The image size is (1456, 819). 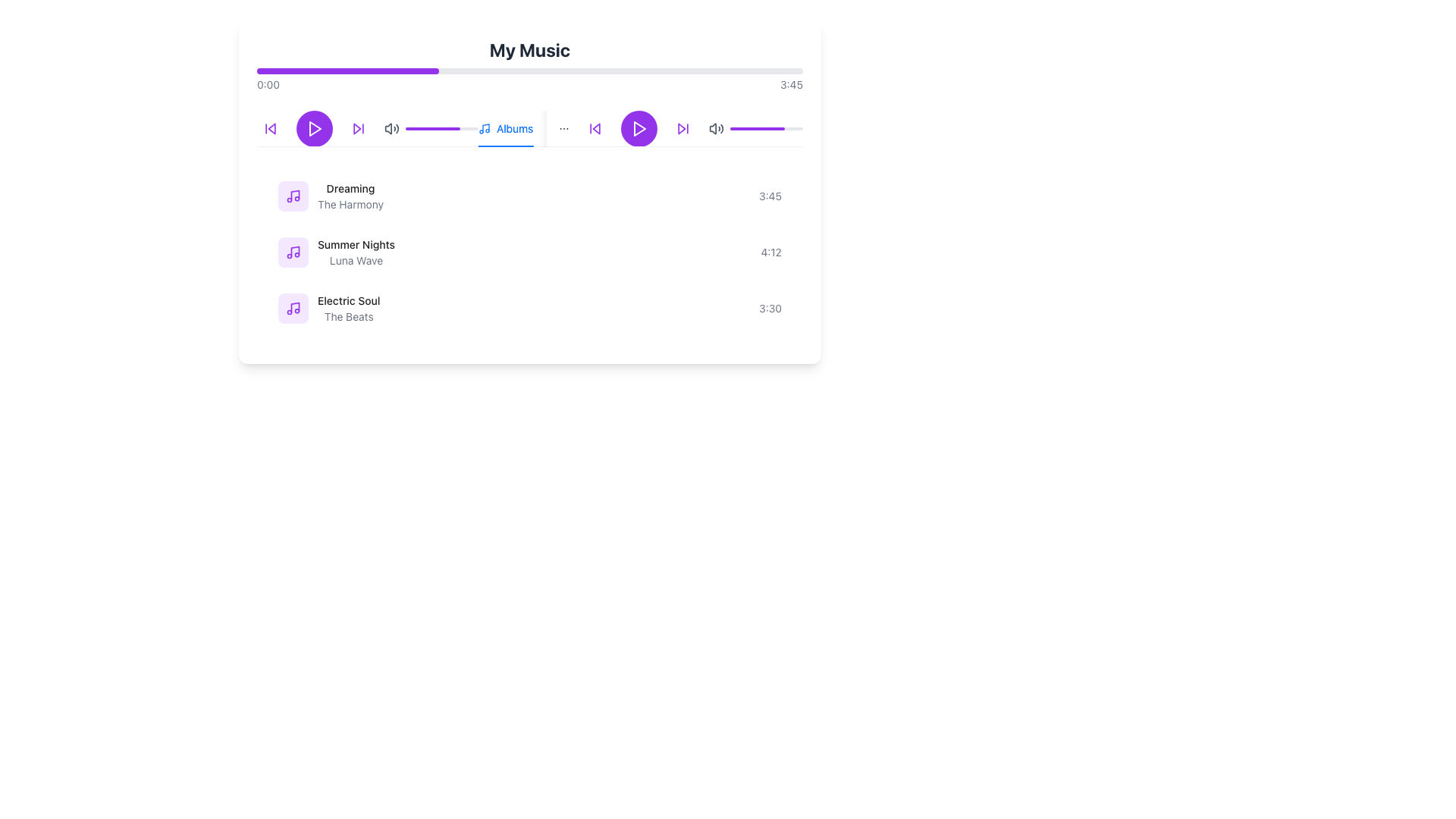 What do you see at coordinates (432, 127) in the screenshot?
I see `the purple progress indicator bar, which fills three-fourths of the light gray progress bar located under the audio controls section of the music player interface` at bounding box center [432, 127].